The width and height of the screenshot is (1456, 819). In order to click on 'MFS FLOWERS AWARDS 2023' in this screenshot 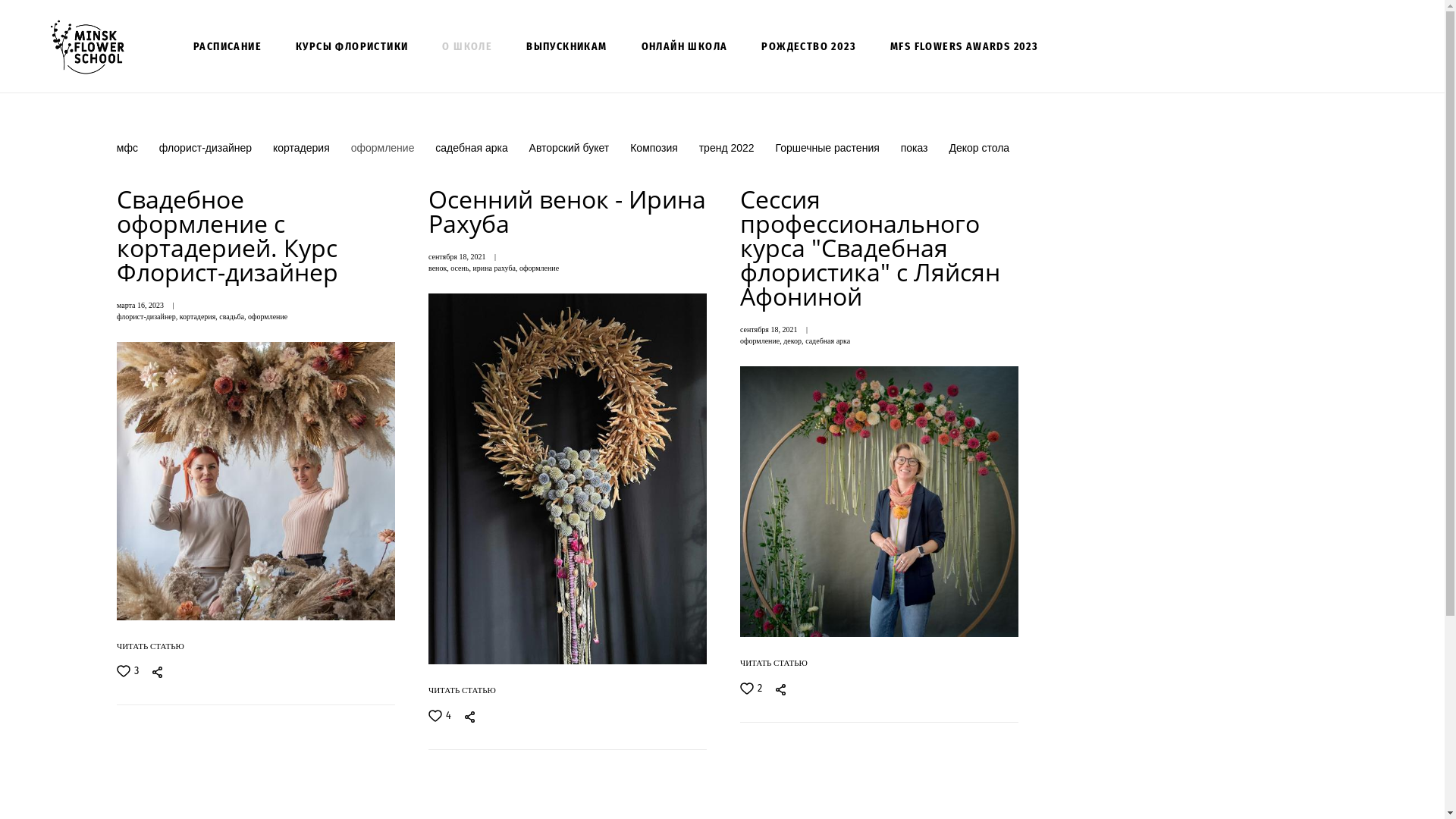, I will do `click(963, 45)`.